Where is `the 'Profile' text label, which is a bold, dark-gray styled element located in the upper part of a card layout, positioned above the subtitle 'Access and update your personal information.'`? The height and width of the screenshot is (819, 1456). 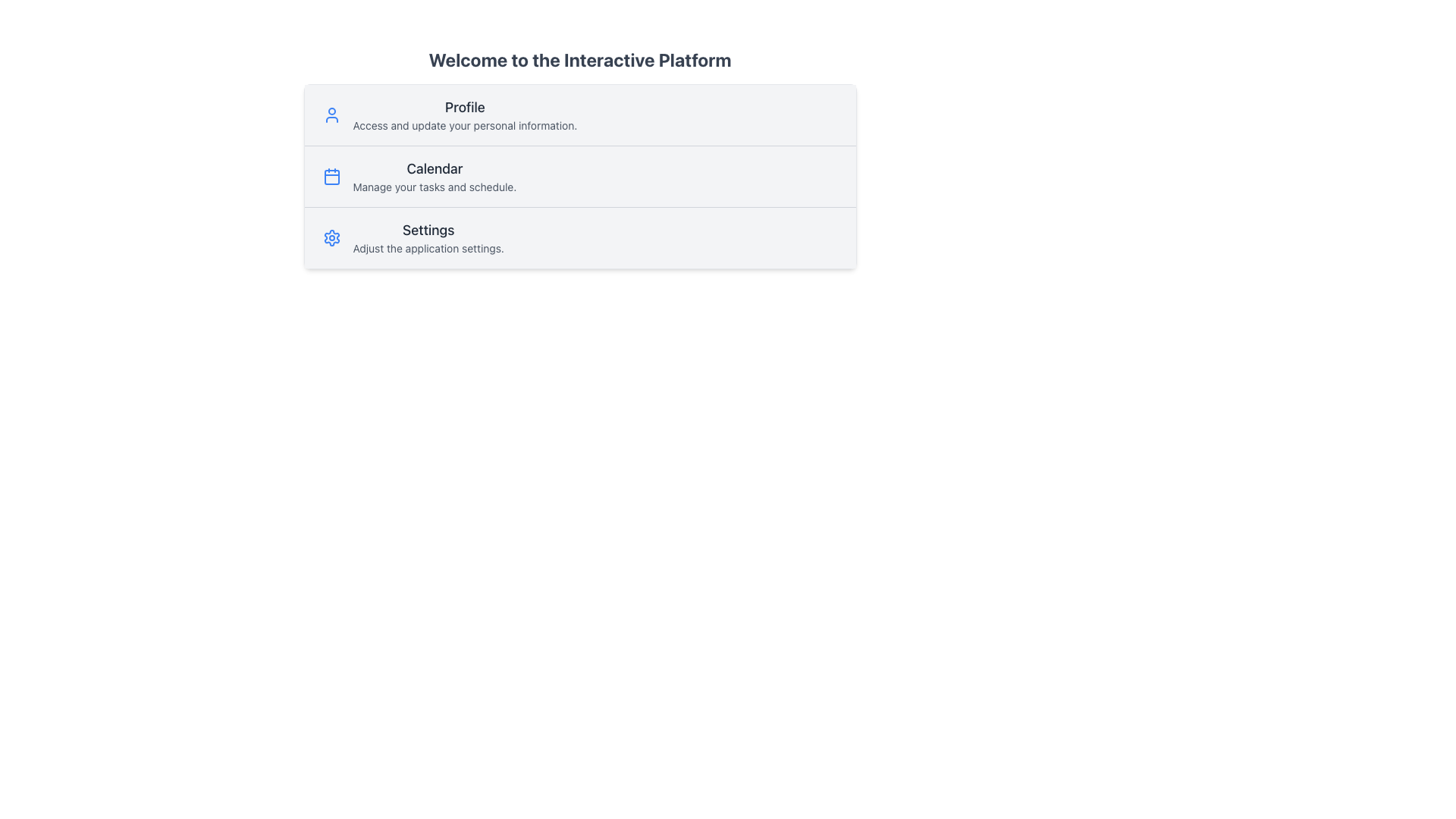
the 'Profile' text label, which is a bold, dark-gray styled element located in the upper part of a card layout, positioned above the subtitle 'Access and update your personal information.' is located at coordinates (464, 107).